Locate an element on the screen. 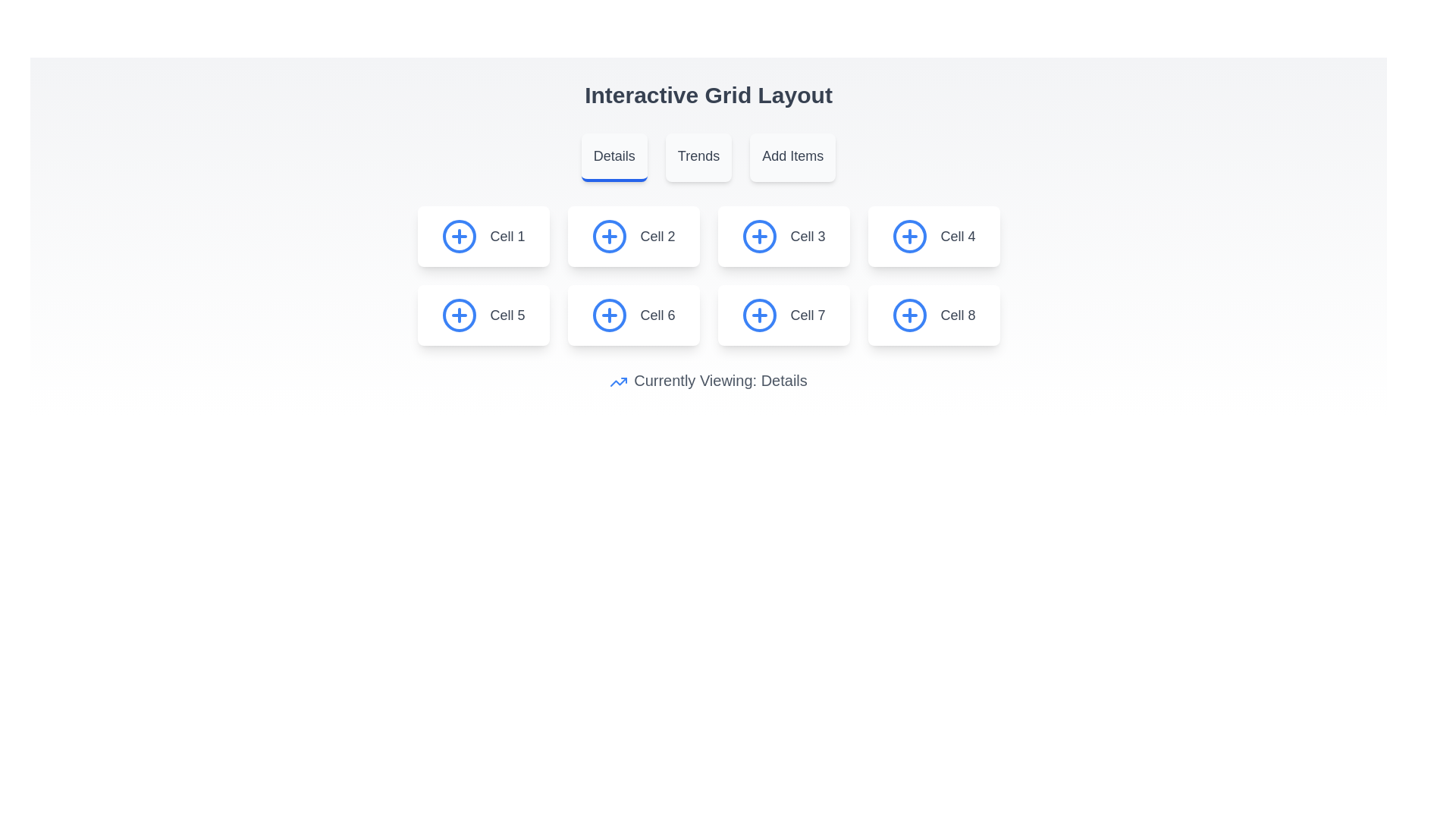  the first card in the second row of the grid, which has a white background, rounded corners, and features a blue circular icon with a white plus sign and a label 'Cell 5' is located at coordinates (482, 315).